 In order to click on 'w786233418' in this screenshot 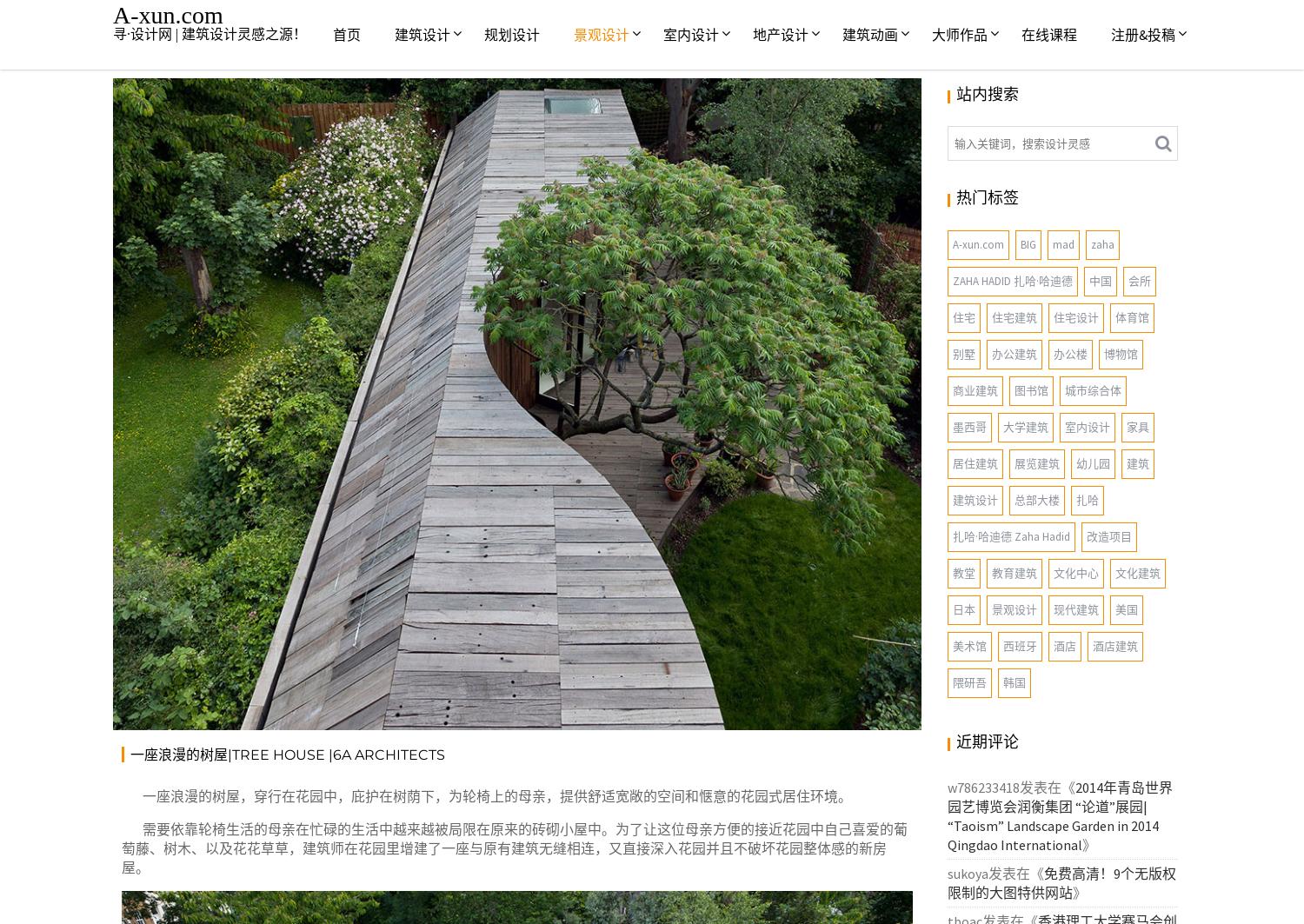, I will do `click(983, 786)`.